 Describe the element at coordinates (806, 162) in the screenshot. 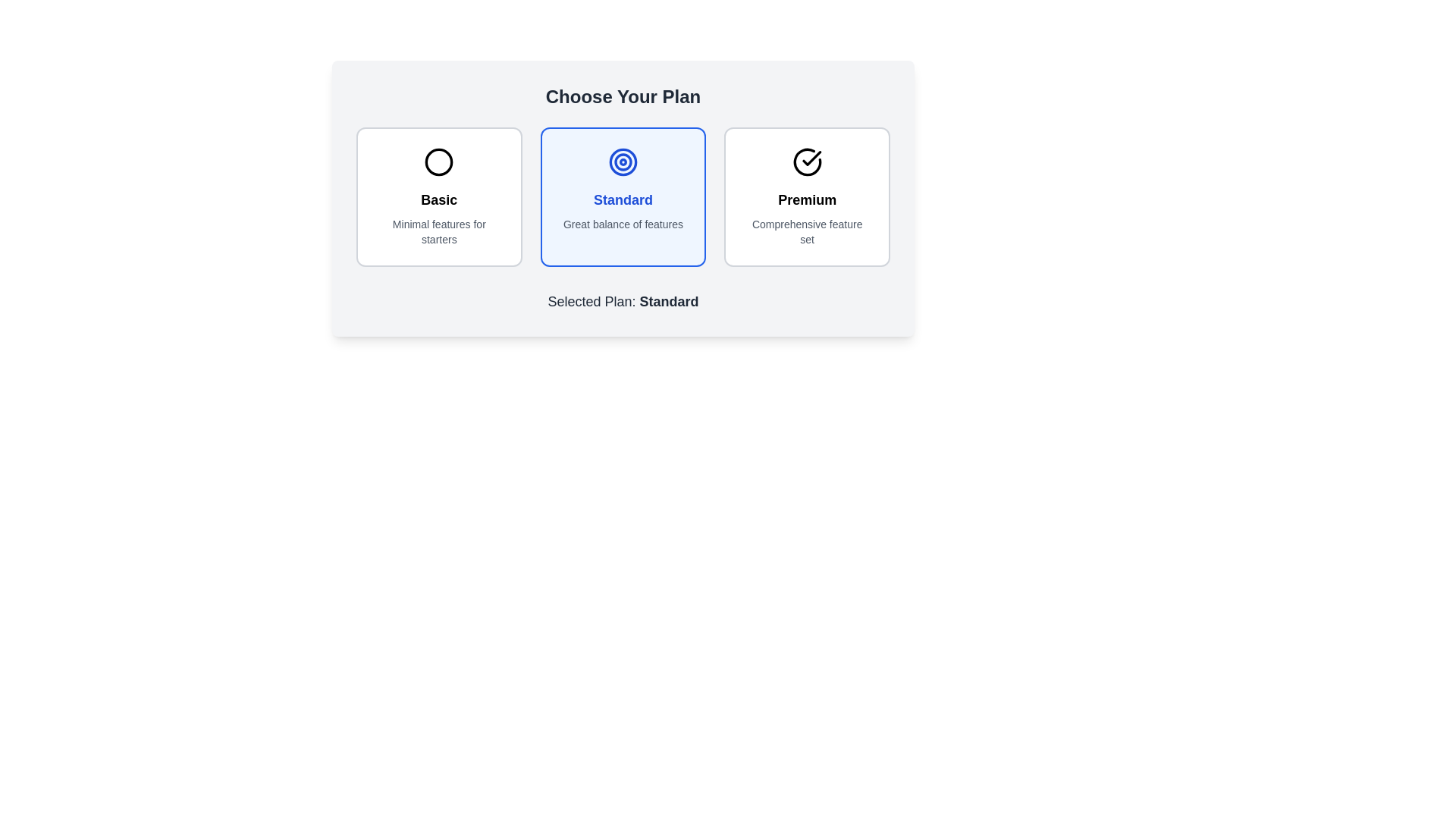

I see `the circular checkmark icon indicating selection or confirmation located at the top center of the 'Premium' plan section` at that location.